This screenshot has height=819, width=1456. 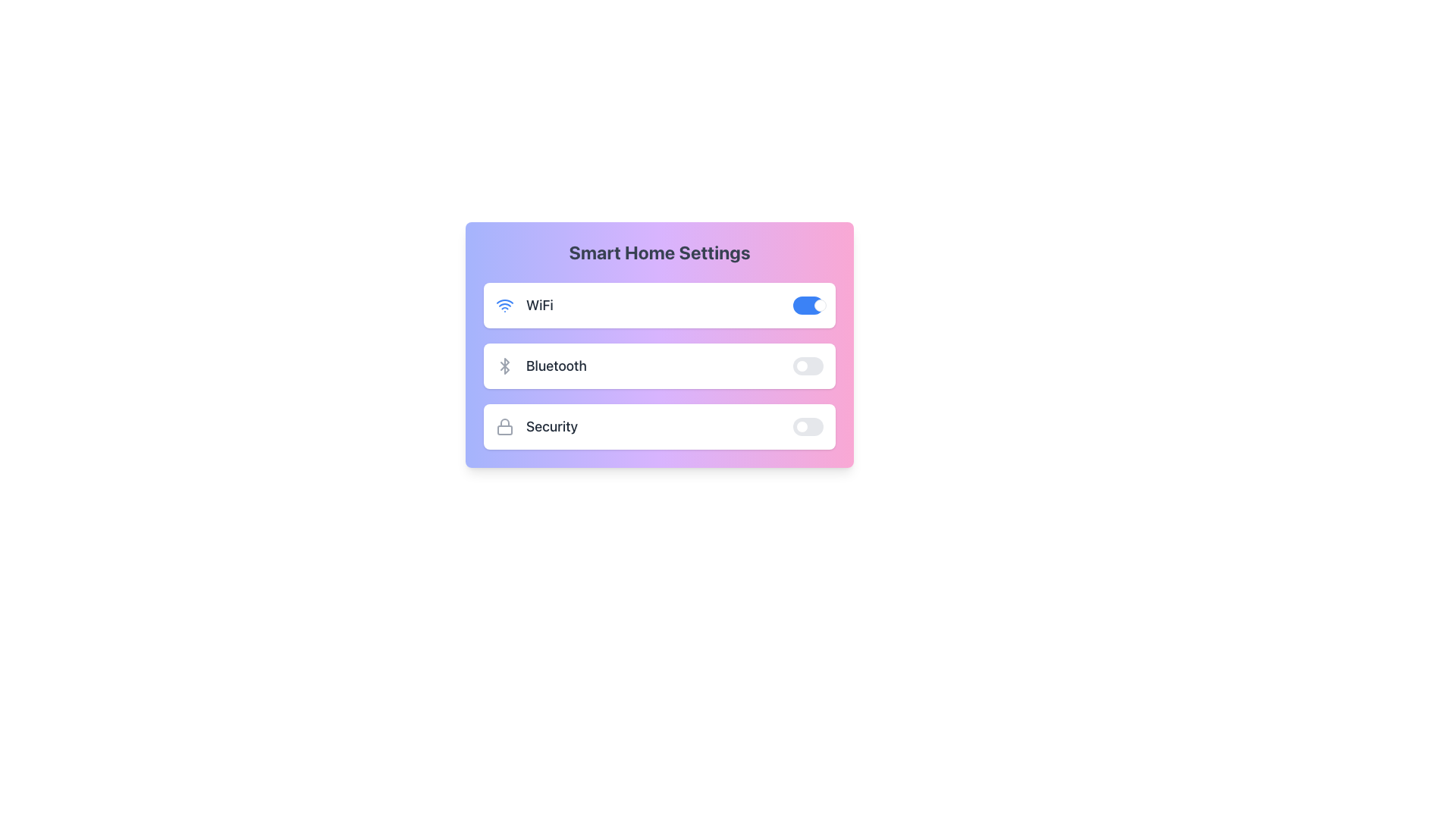 I want to click on the Bluetooth settings label, which is the second item in the vertical list of settings options, positioned below WiFi and above Security, so click(x=541, y=366).